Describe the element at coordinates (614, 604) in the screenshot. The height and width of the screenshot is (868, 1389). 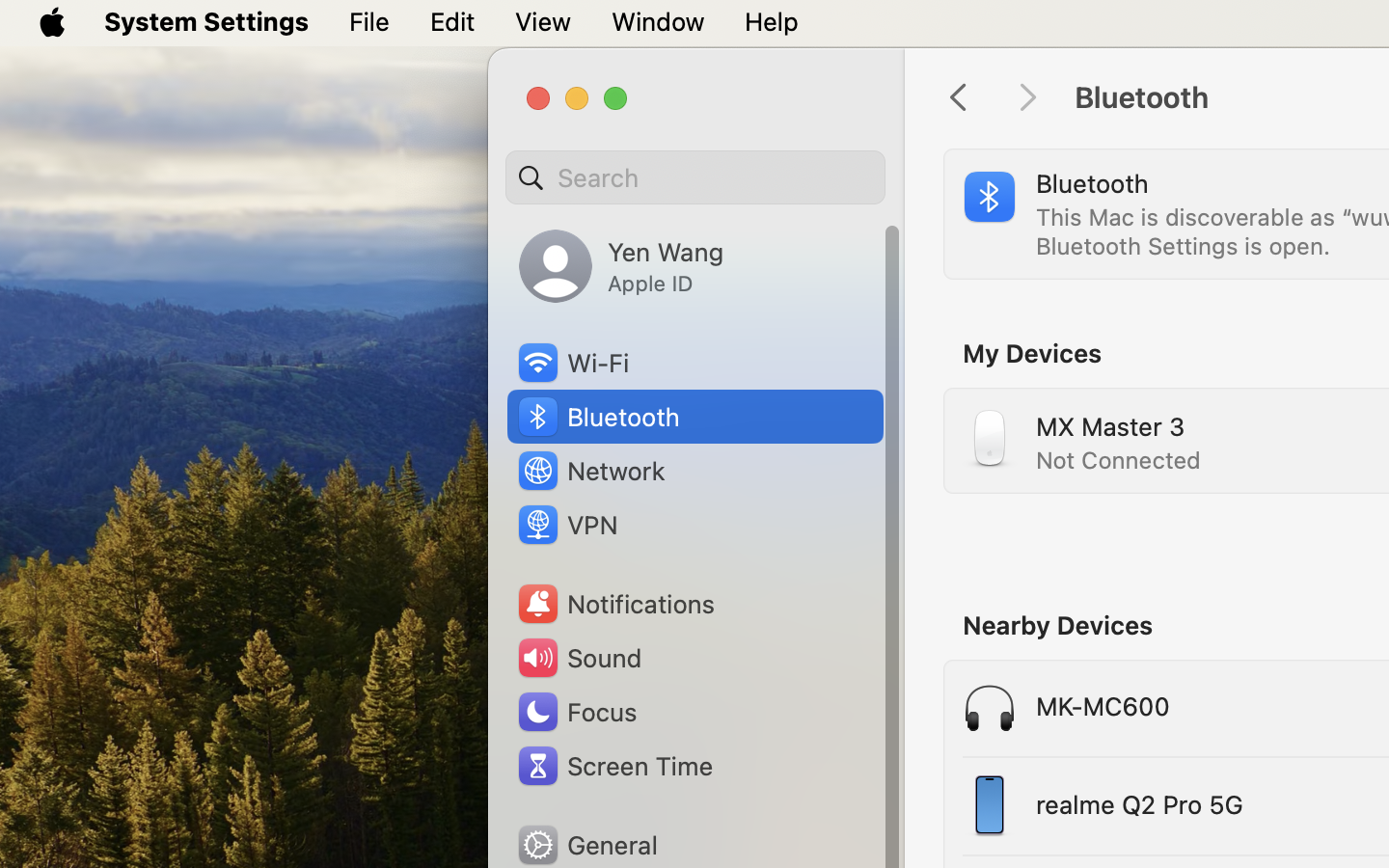
I see `'Notifications'` at that location.